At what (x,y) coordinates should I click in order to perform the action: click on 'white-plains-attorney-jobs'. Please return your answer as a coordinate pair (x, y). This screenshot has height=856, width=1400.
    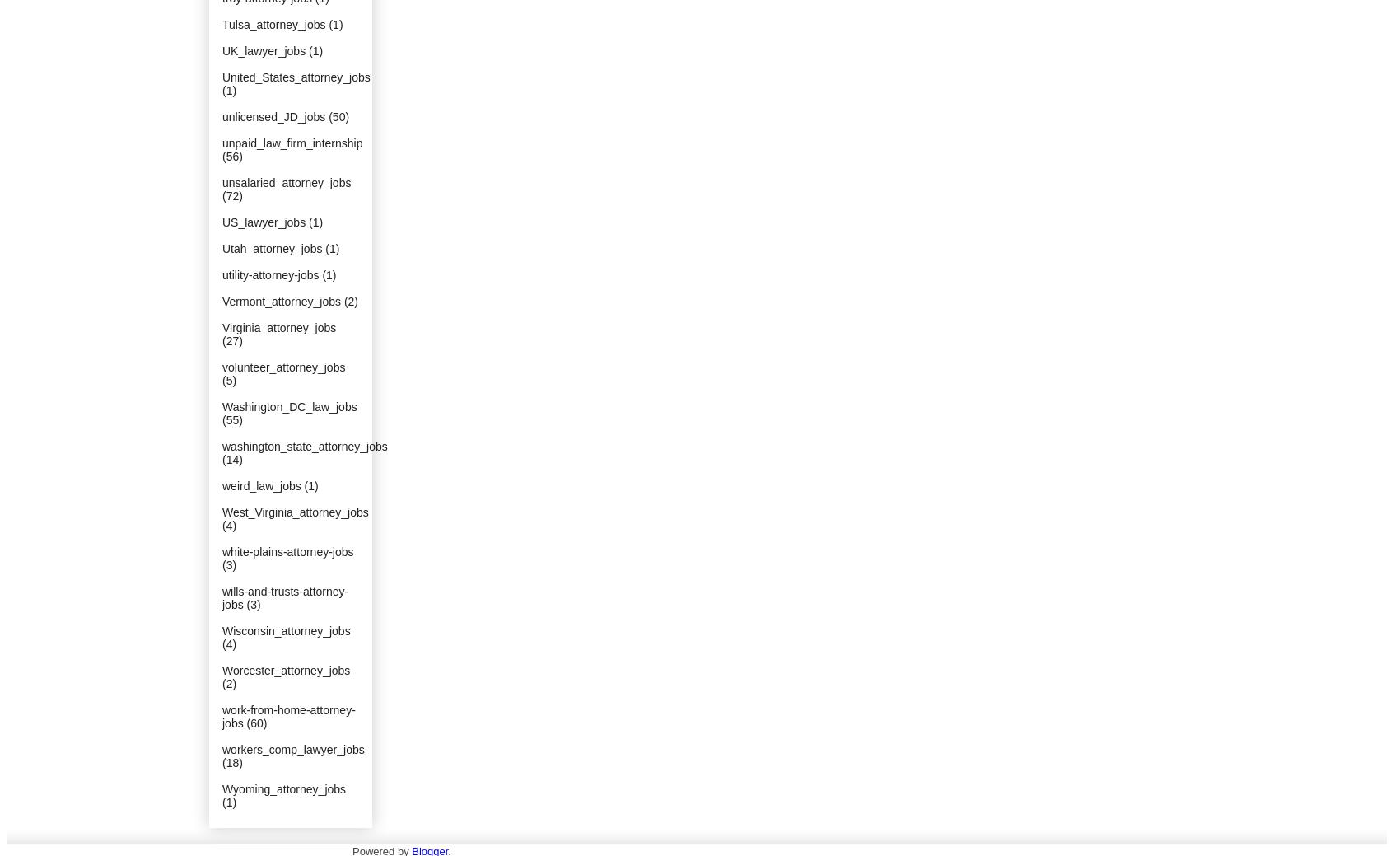
    Looking at the image, I should click on (222, 552).